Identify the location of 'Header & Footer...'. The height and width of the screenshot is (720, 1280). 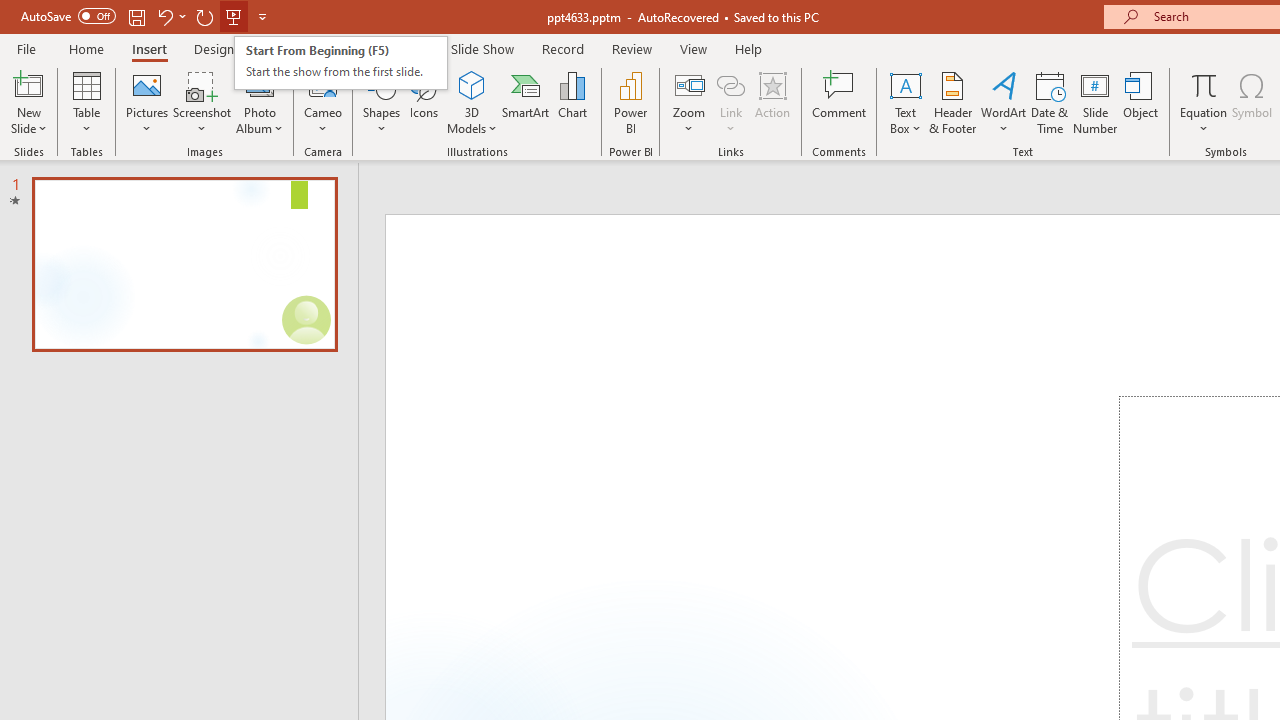
(951, 103).